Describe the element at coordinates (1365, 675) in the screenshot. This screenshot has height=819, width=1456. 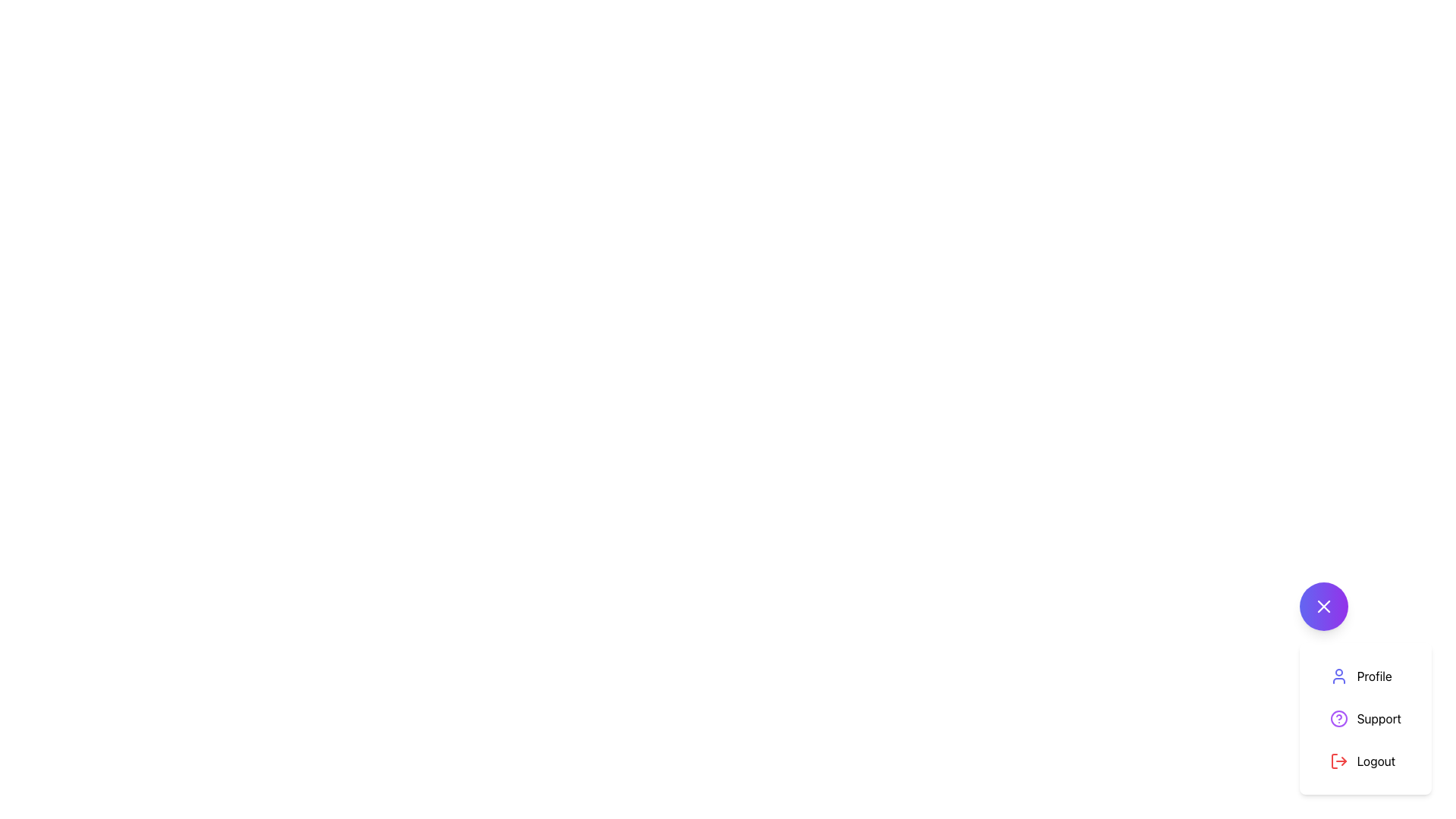
I see `the 'Profile' button in the dropdown menu, which features an indigo icon resembling a person and is the first item in a vertical list of options` at that location.